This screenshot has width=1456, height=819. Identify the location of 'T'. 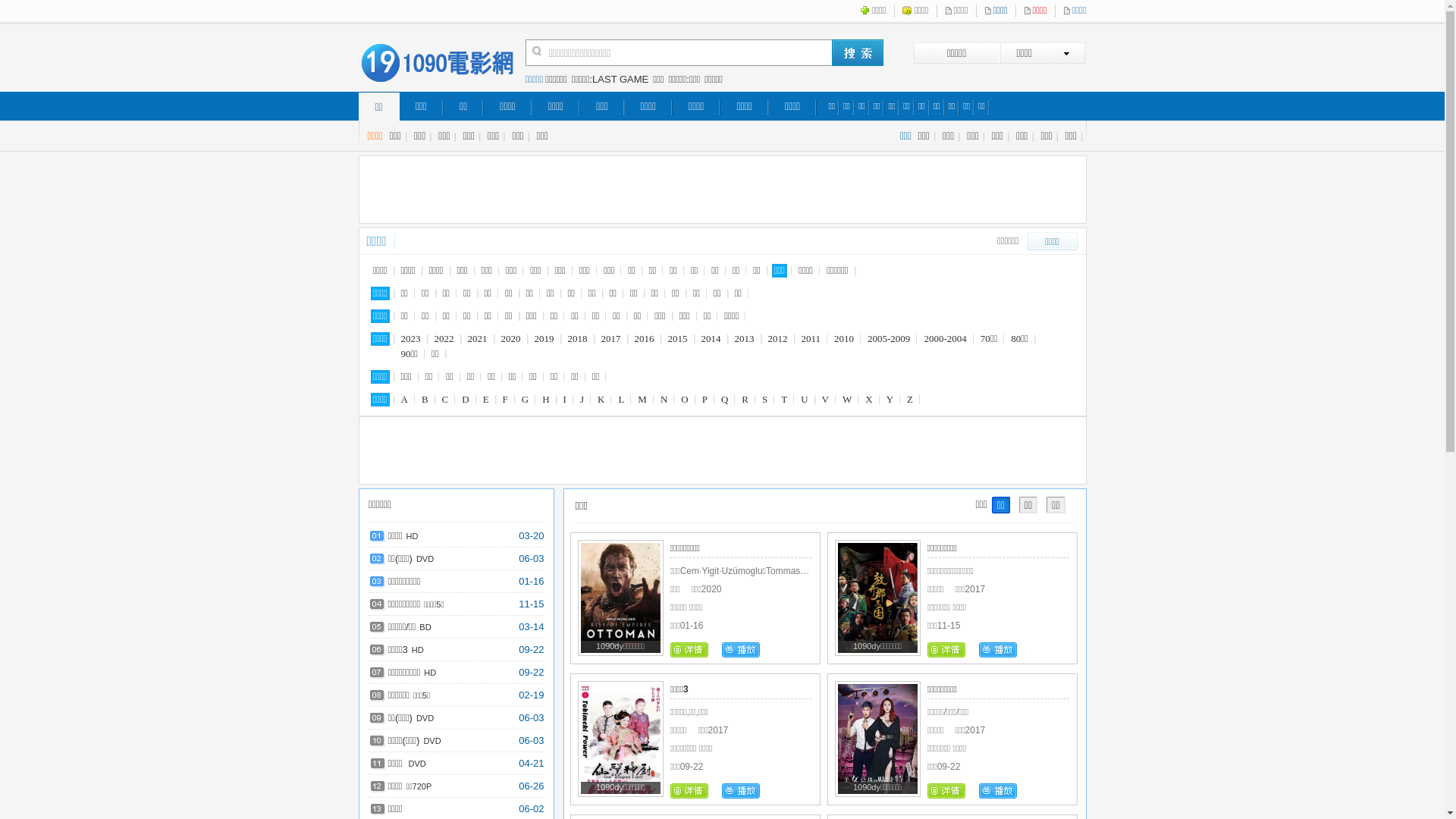
(783, 399).